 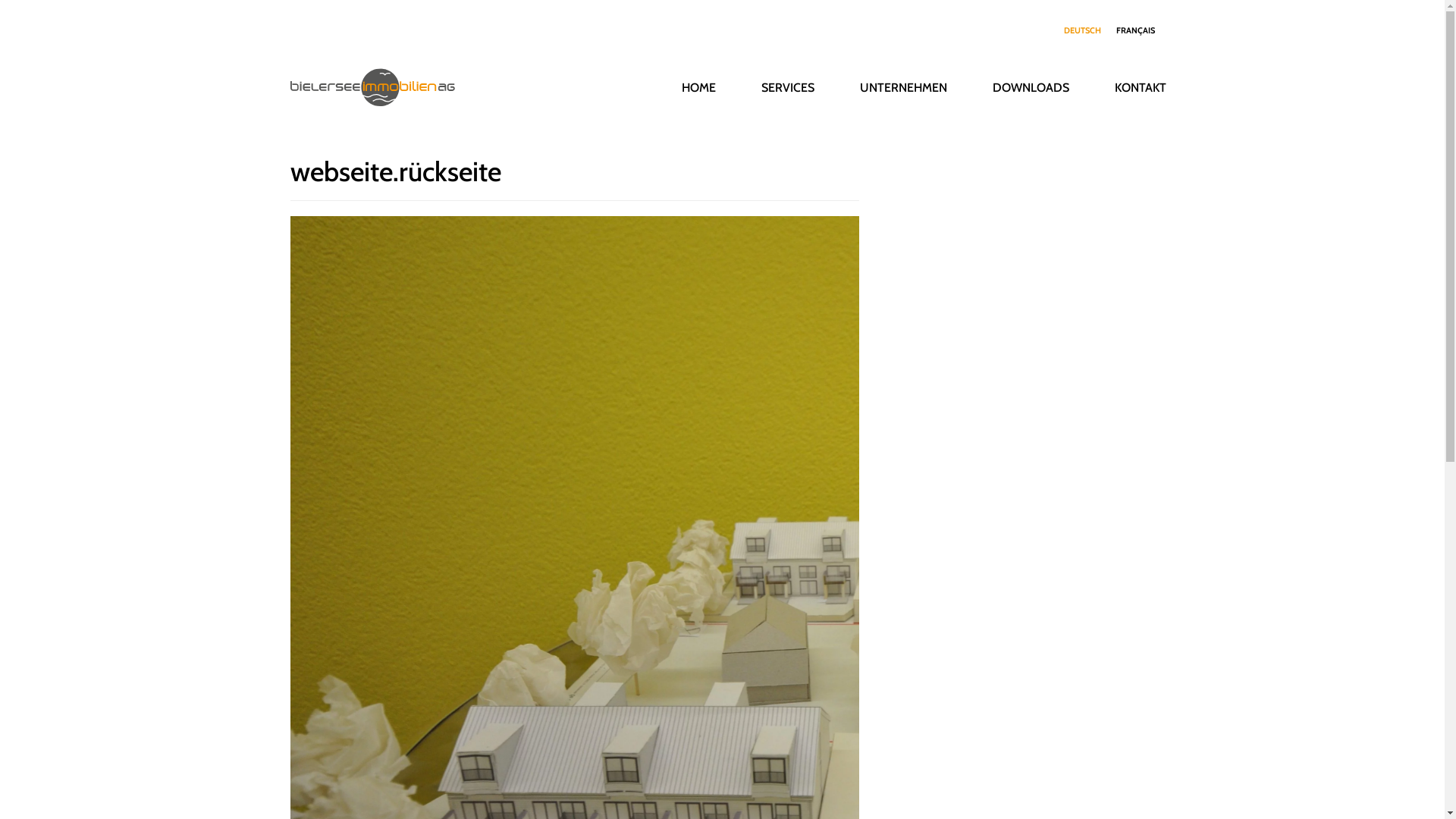 What do you see at coordinates (787, 87) in the screenshot?
I see `'SERVICES'` at bounding box center [787, 87].